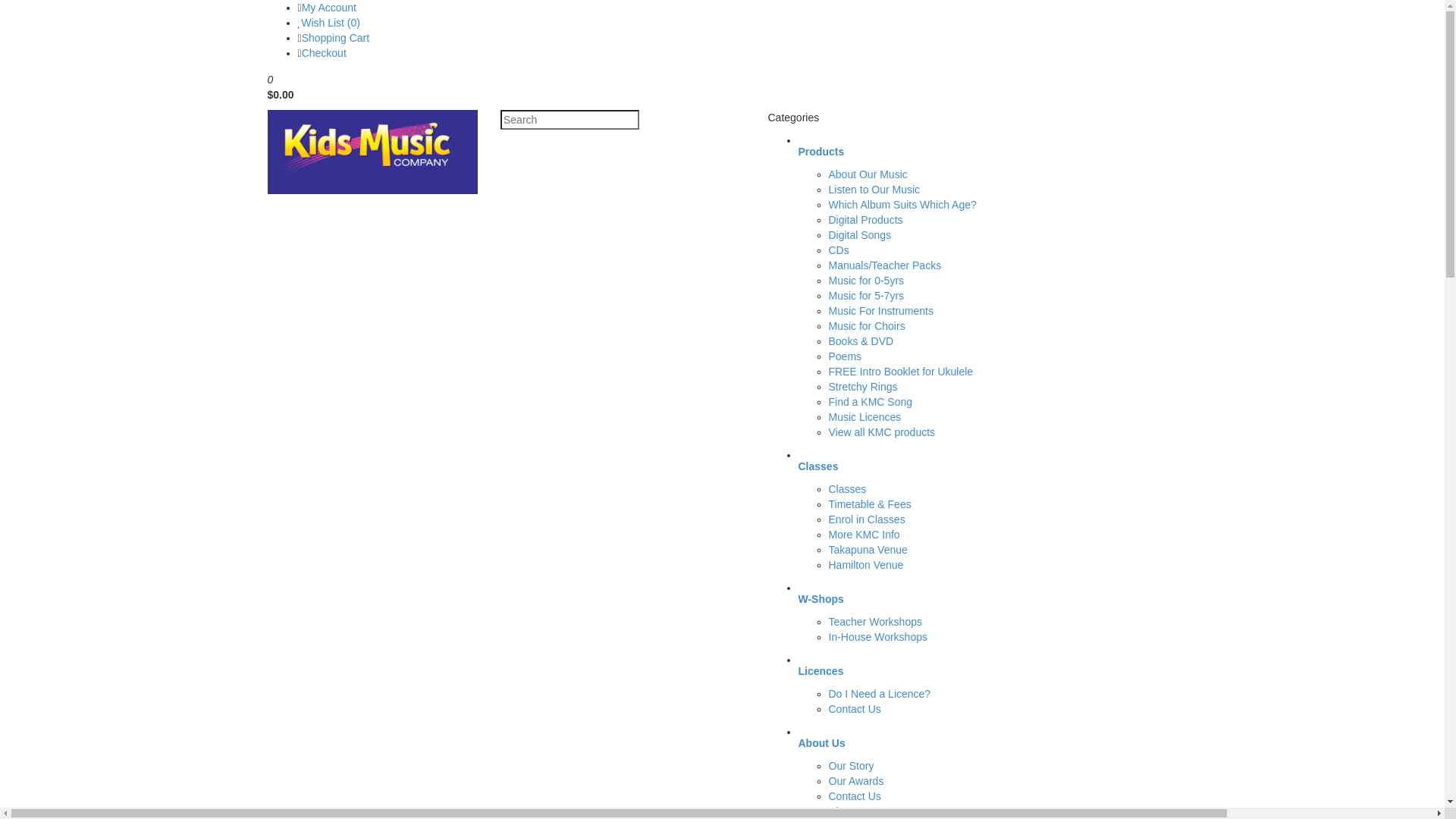 The image size is (1456, 819). I want to click on 'Listen to Our Music', so click(874, 189).